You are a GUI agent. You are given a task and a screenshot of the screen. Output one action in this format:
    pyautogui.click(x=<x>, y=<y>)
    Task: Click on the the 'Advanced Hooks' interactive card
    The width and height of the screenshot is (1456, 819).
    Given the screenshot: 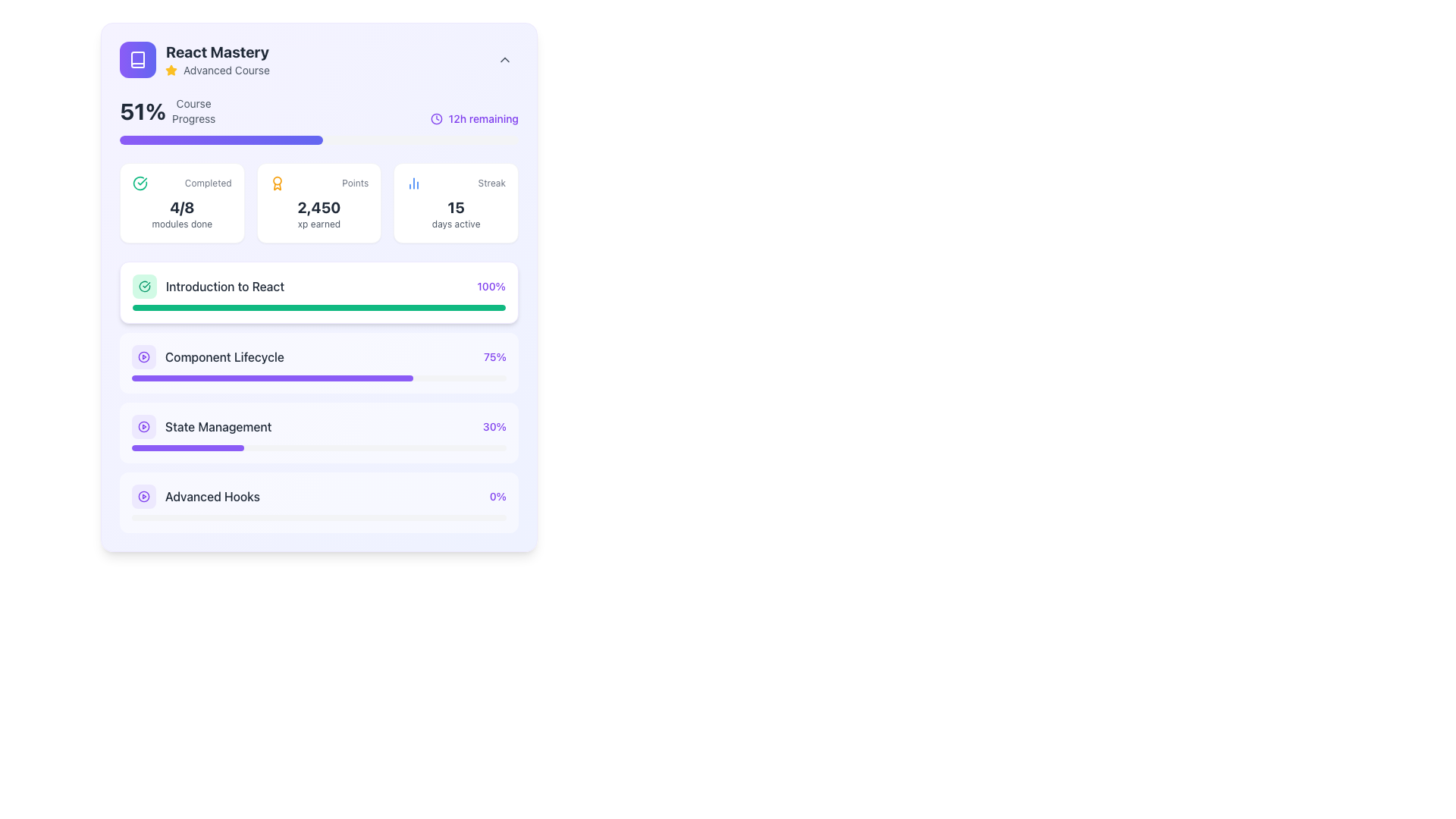 What is the action you would take?
    pyautogui.click(x=318, y=503)
    